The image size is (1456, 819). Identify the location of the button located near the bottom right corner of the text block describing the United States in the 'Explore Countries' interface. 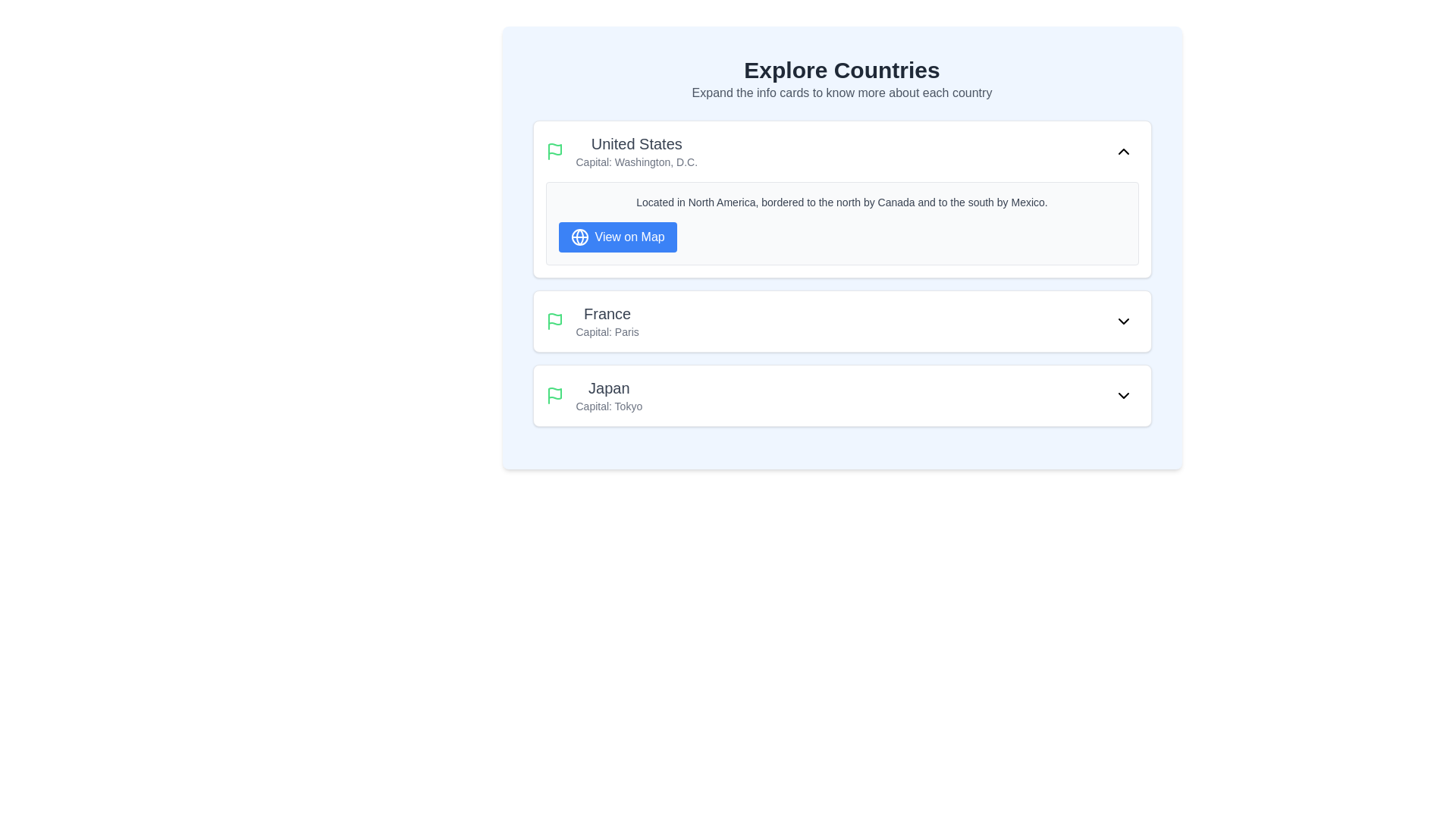
(617, 237).